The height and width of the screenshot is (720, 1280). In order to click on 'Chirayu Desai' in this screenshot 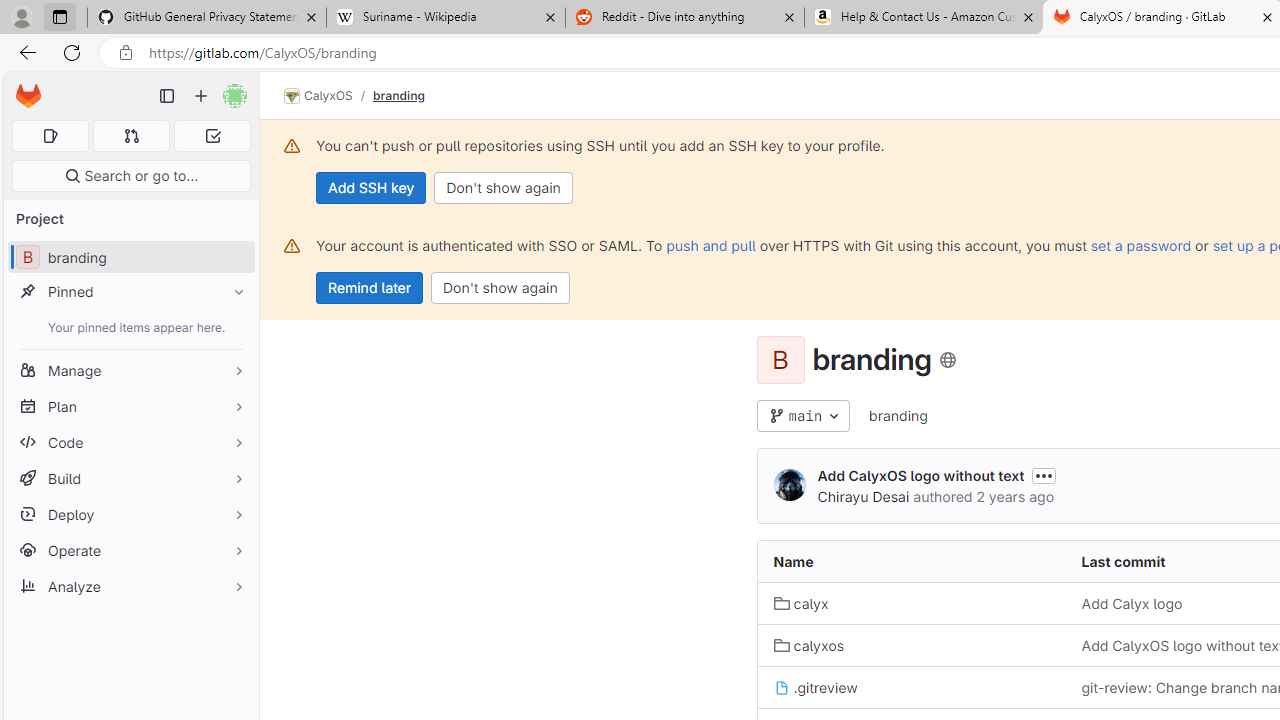, I will do `click(788, 484)`.